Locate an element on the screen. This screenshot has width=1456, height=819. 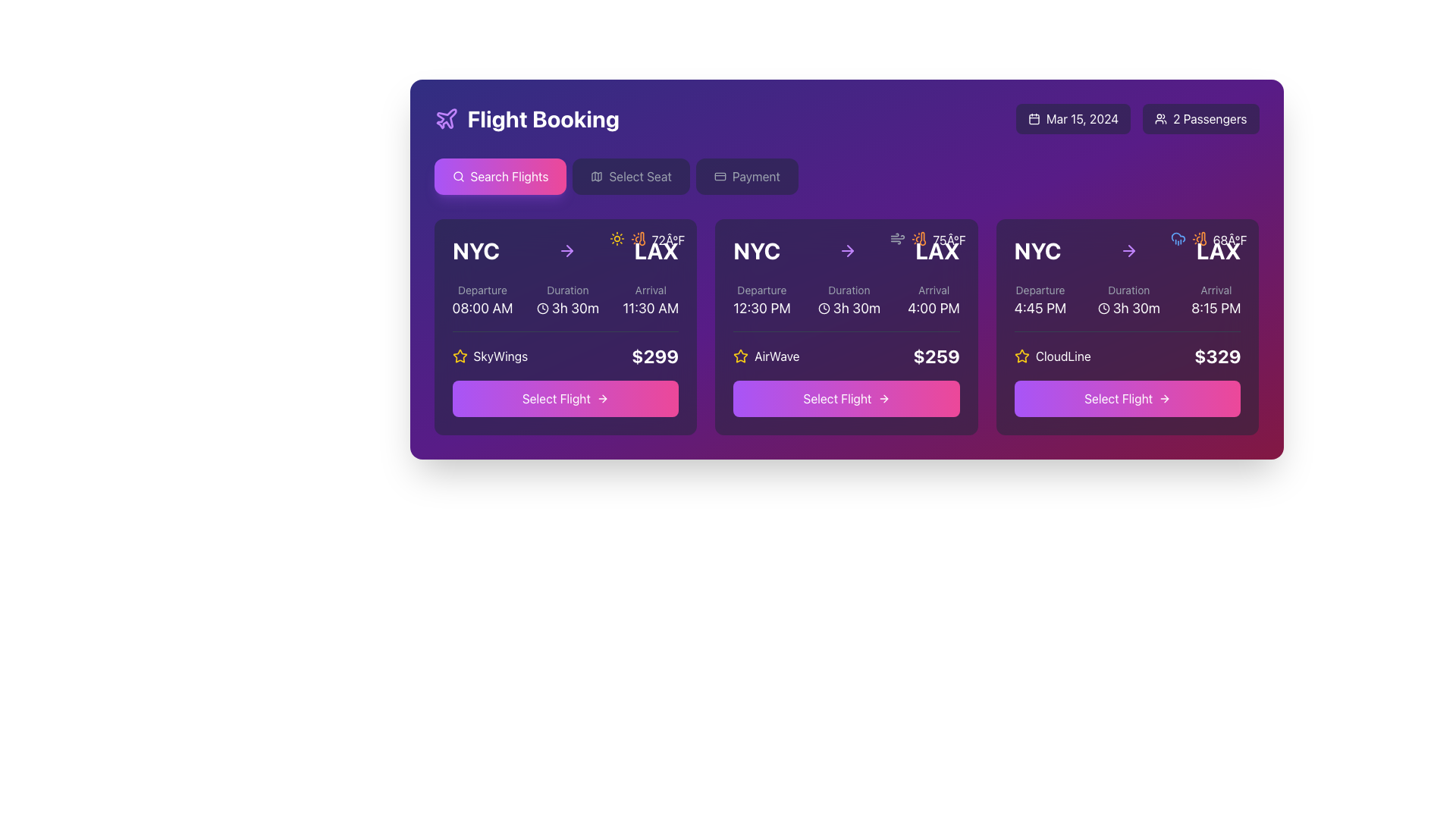
departure time, flight duration, and arrival time displayed in the Information display block located in the third flight card beneath the 'NYC → LAX' heading is located at coordinates (1128, 301).